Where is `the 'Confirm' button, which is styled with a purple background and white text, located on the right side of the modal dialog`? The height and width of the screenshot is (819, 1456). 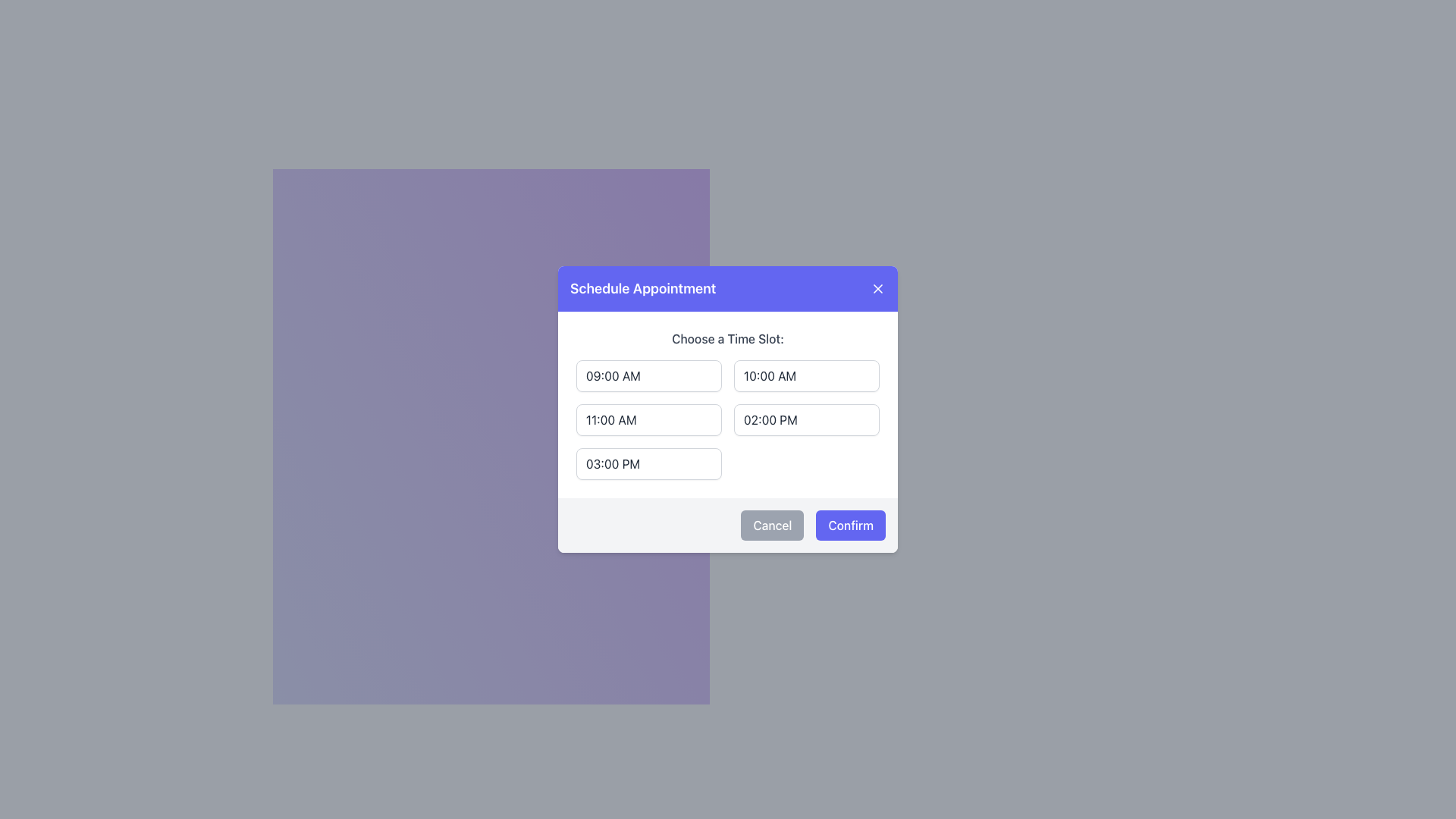
the 'Confirm' button, which is styled with a purple background and white text, located on the right side of the modal dialog is located at coordinates (851, 525).